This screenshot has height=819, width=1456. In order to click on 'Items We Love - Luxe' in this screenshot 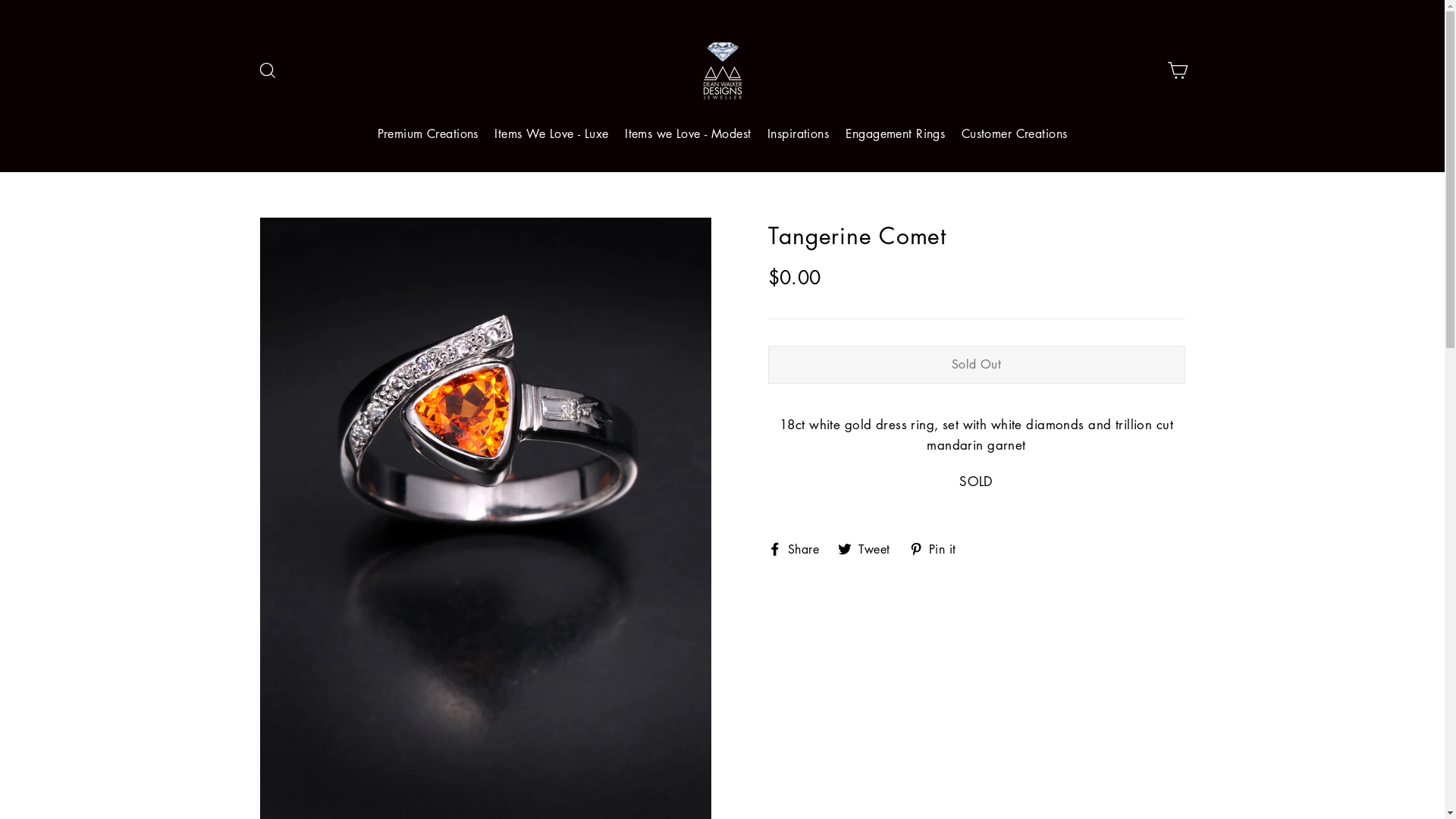, I will do `click(551, 133)`.